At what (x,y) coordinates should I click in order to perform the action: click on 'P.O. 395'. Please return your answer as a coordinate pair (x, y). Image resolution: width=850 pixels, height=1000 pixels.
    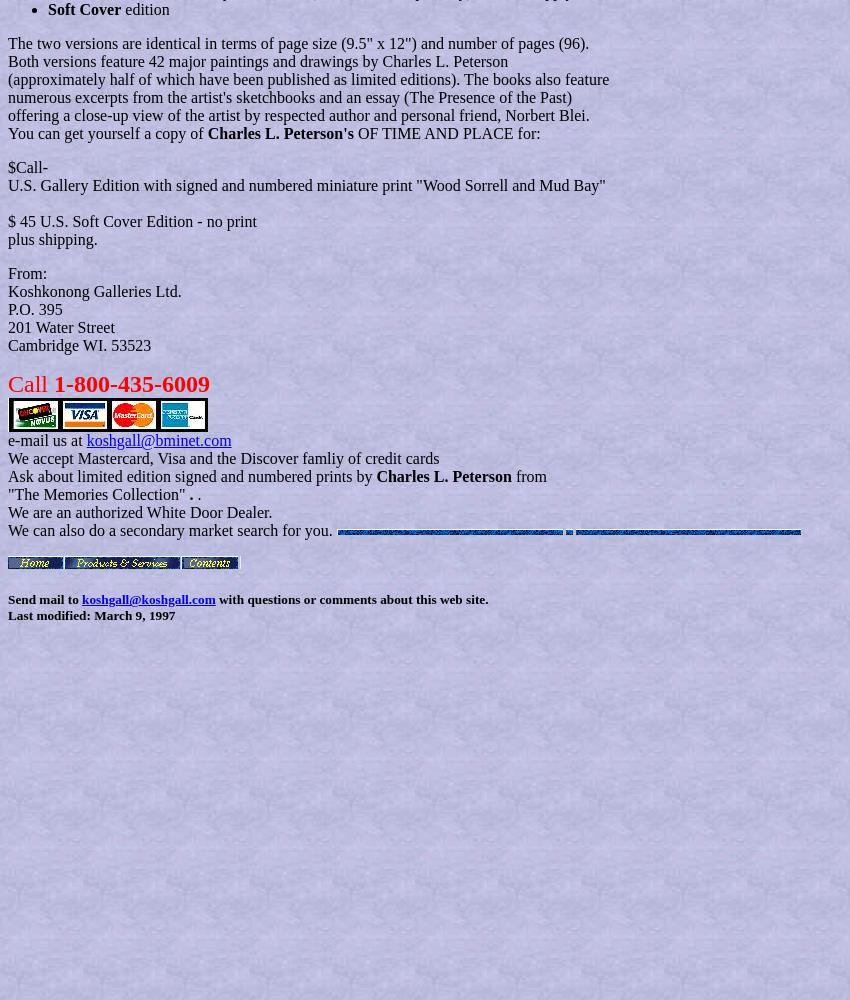
    Looking at the image, I should click on (34, 309).